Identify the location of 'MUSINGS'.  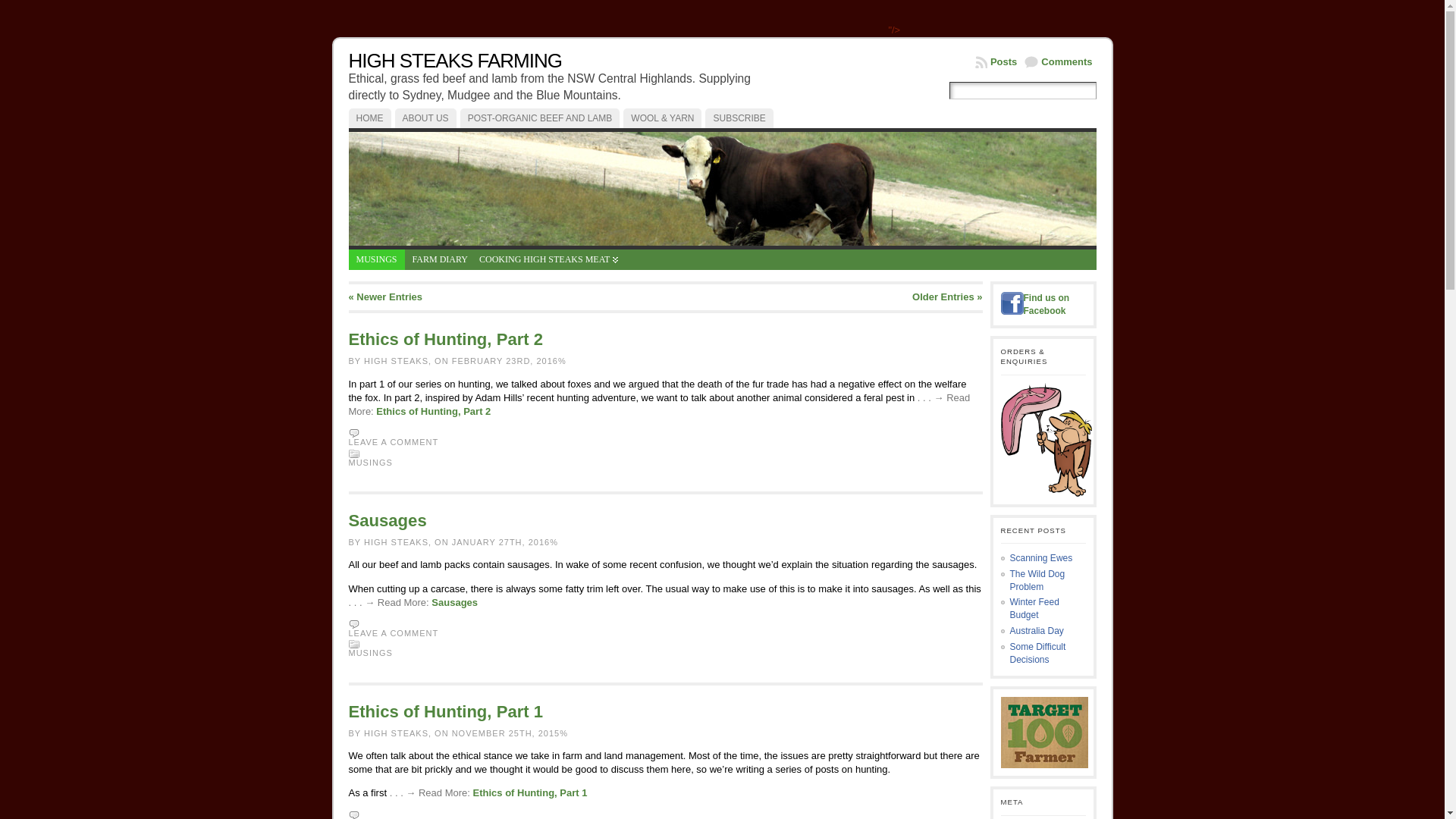
(377, 259).